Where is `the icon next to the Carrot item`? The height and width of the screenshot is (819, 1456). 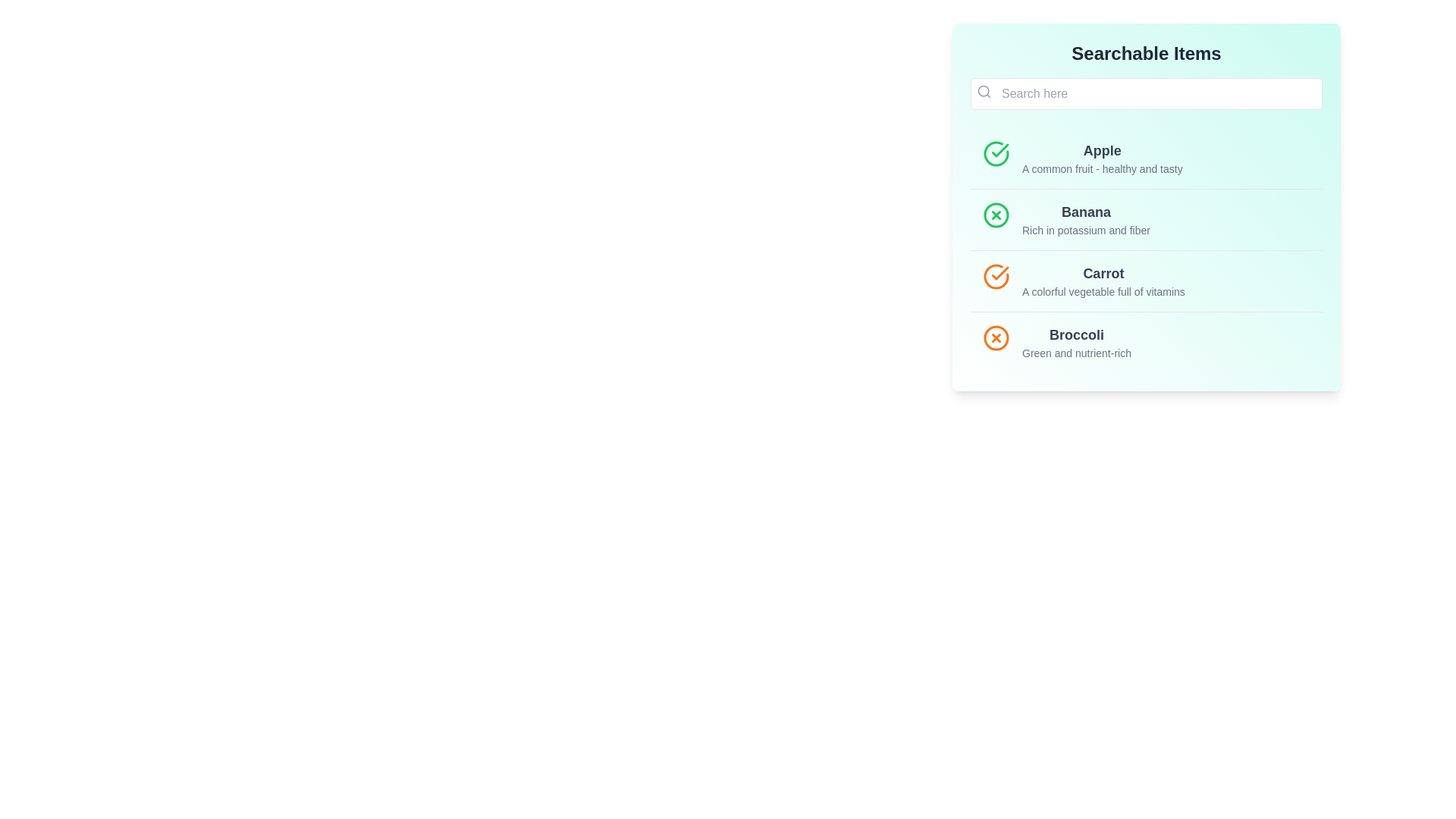
the icon next to the Carrot item is located at coordinates (996, 277).